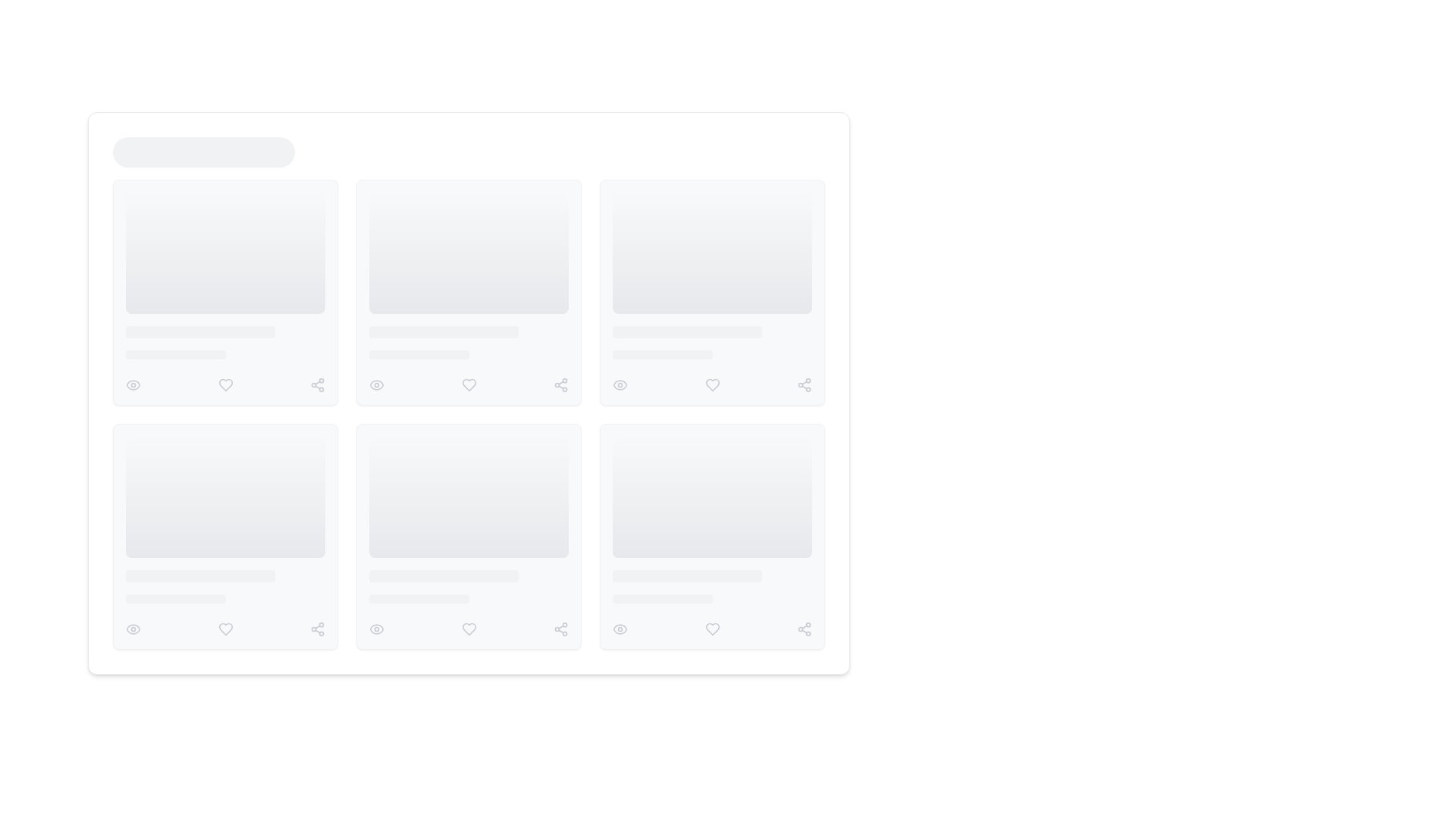  I want to click on the visibility settings icon located in the lower right corner of the grouped layout containing three icons, specifically the eye icon, so click(620, 384).